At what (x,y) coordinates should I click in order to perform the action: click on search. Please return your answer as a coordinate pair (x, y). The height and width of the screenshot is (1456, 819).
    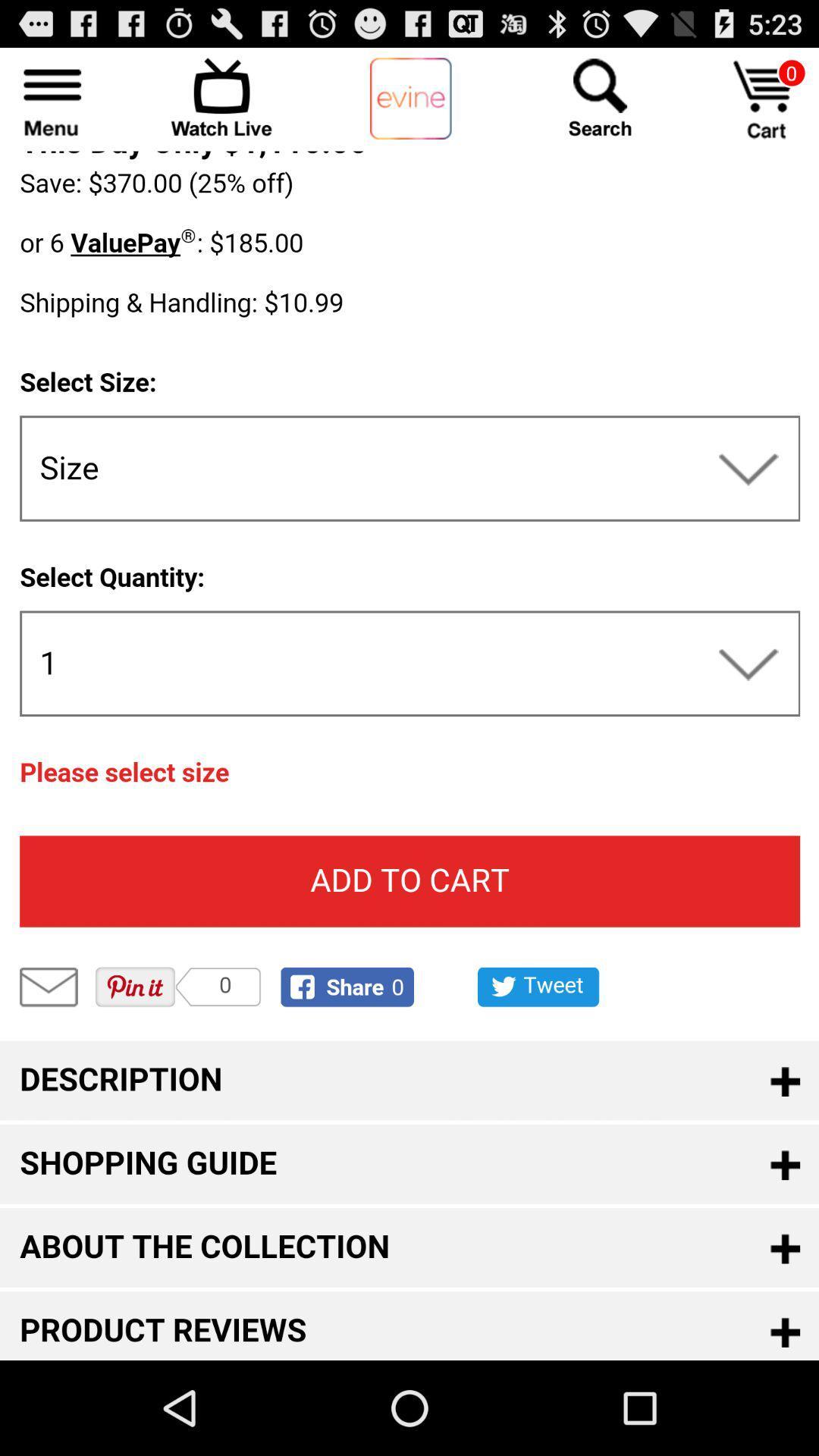
    Looking at the image, I should click on (599, 96).